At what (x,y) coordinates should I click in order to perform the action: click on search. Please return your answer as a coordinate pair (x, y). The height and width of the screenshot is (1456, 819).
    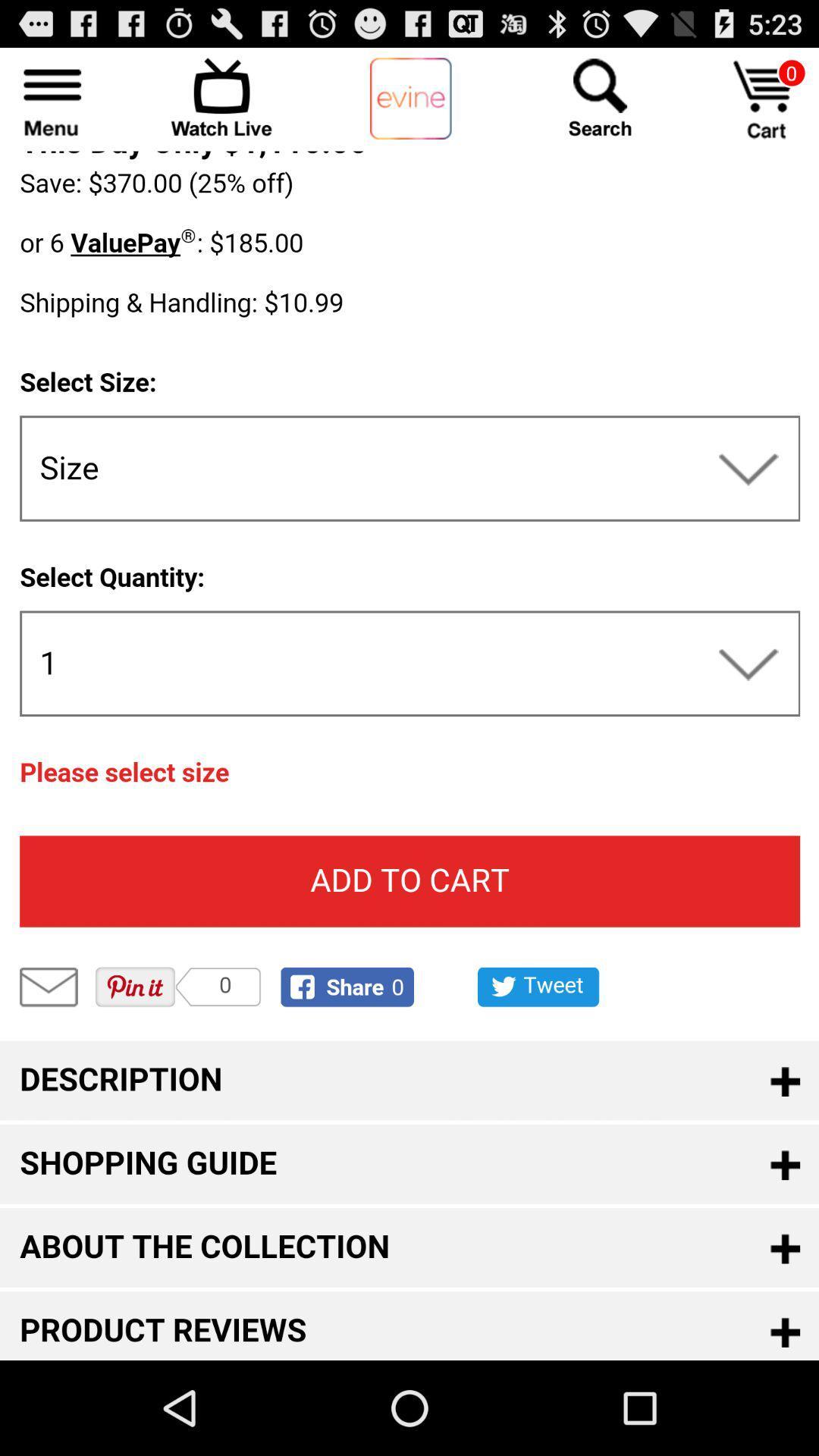
    Looking at the image, I should click on (599, 96).